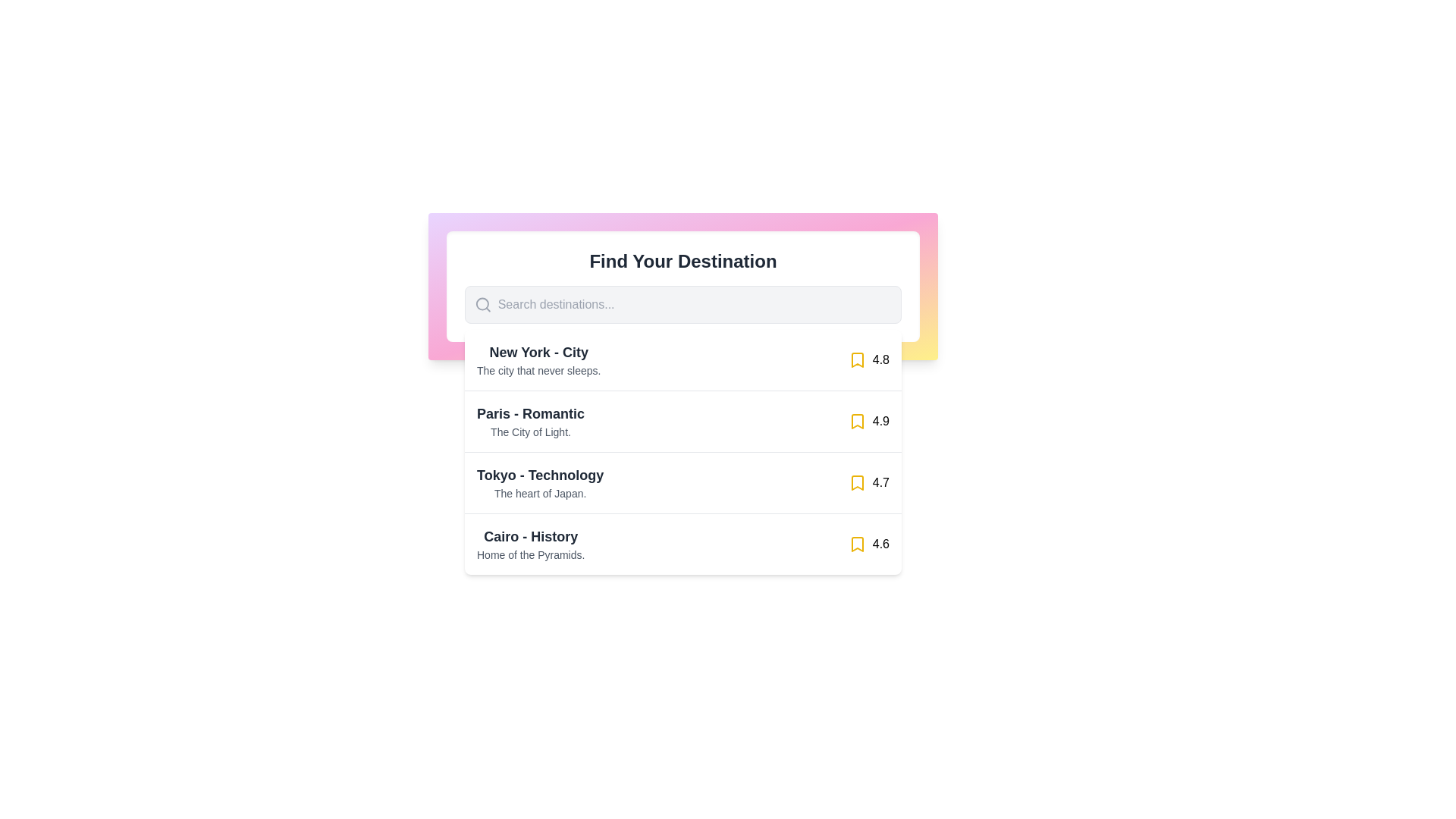 The height and width of the screenshot is (819, 1456). I want to click on descriptive text label that contains the phrase 'The city that never sleeps.' which is styled in muted gray and serves as a subtitle beneath the 'New York - City' heading, so click(538, 371).